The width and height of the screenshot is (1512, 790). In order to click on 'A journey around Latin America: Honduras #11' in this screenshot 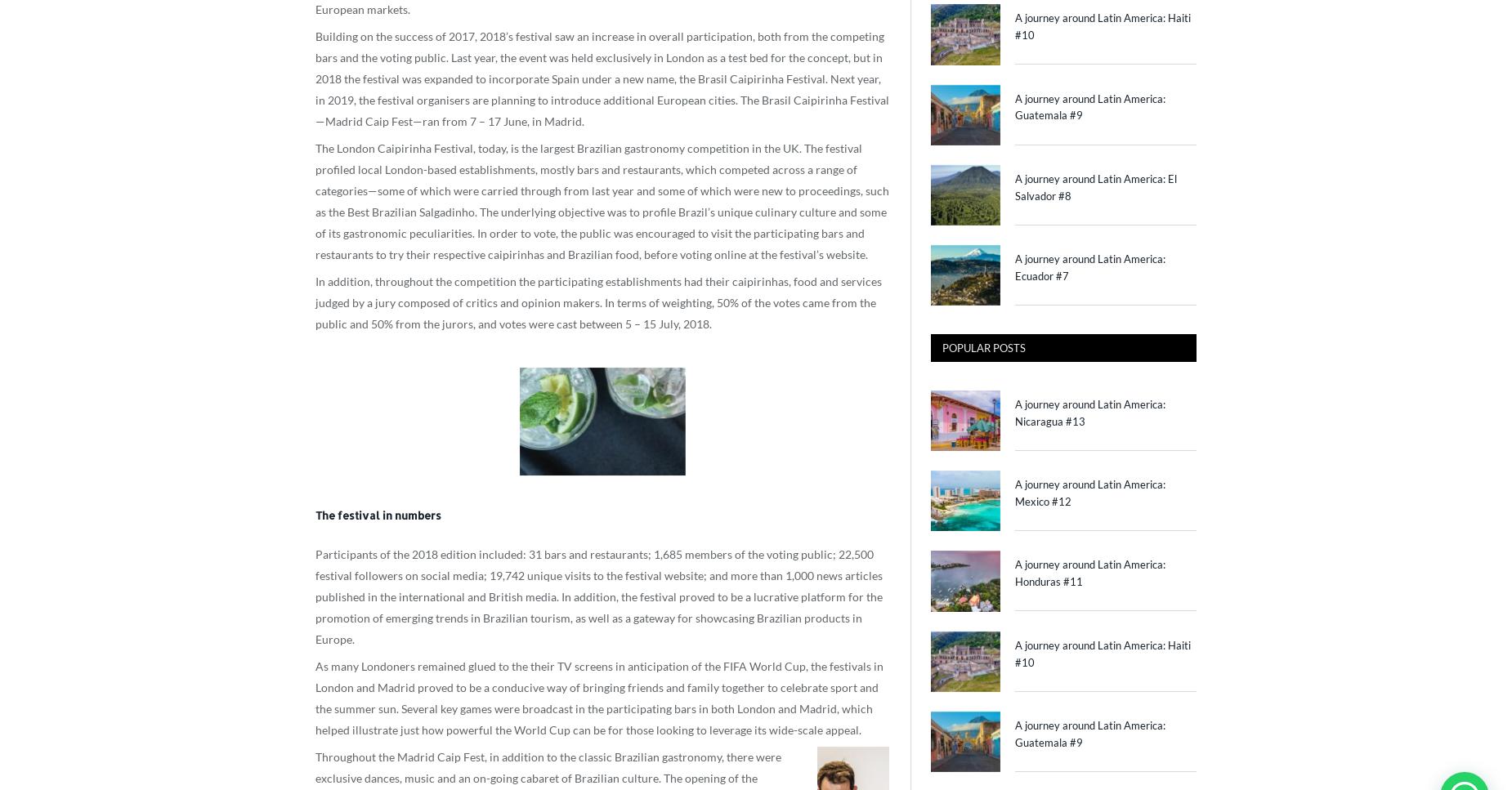, I will do `click(1089, 573)`.